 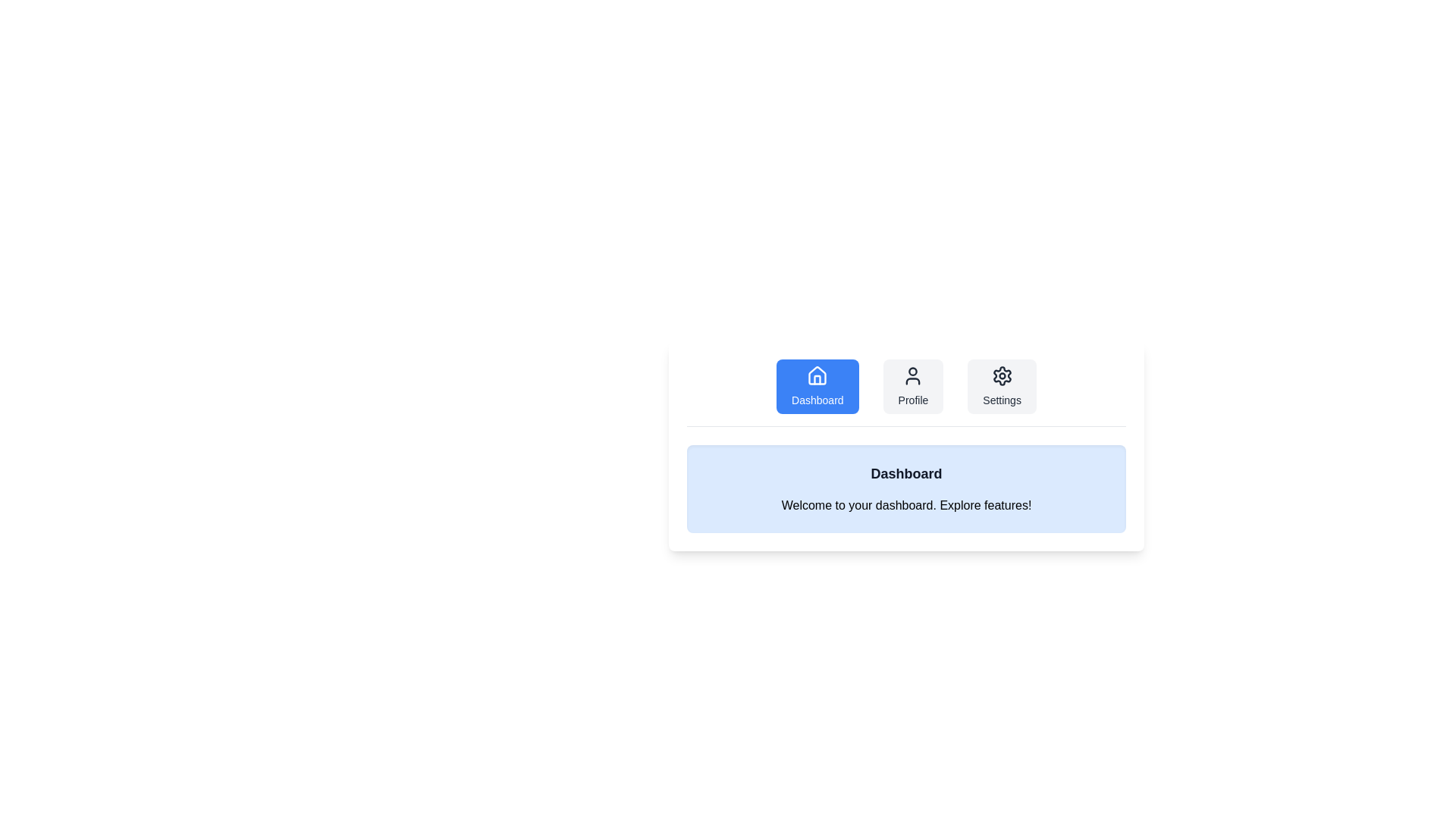 What do you see at coordinates (817, 385) in the screenshot?
I see `the Dashboard tab` at bounding box center [817, 385].